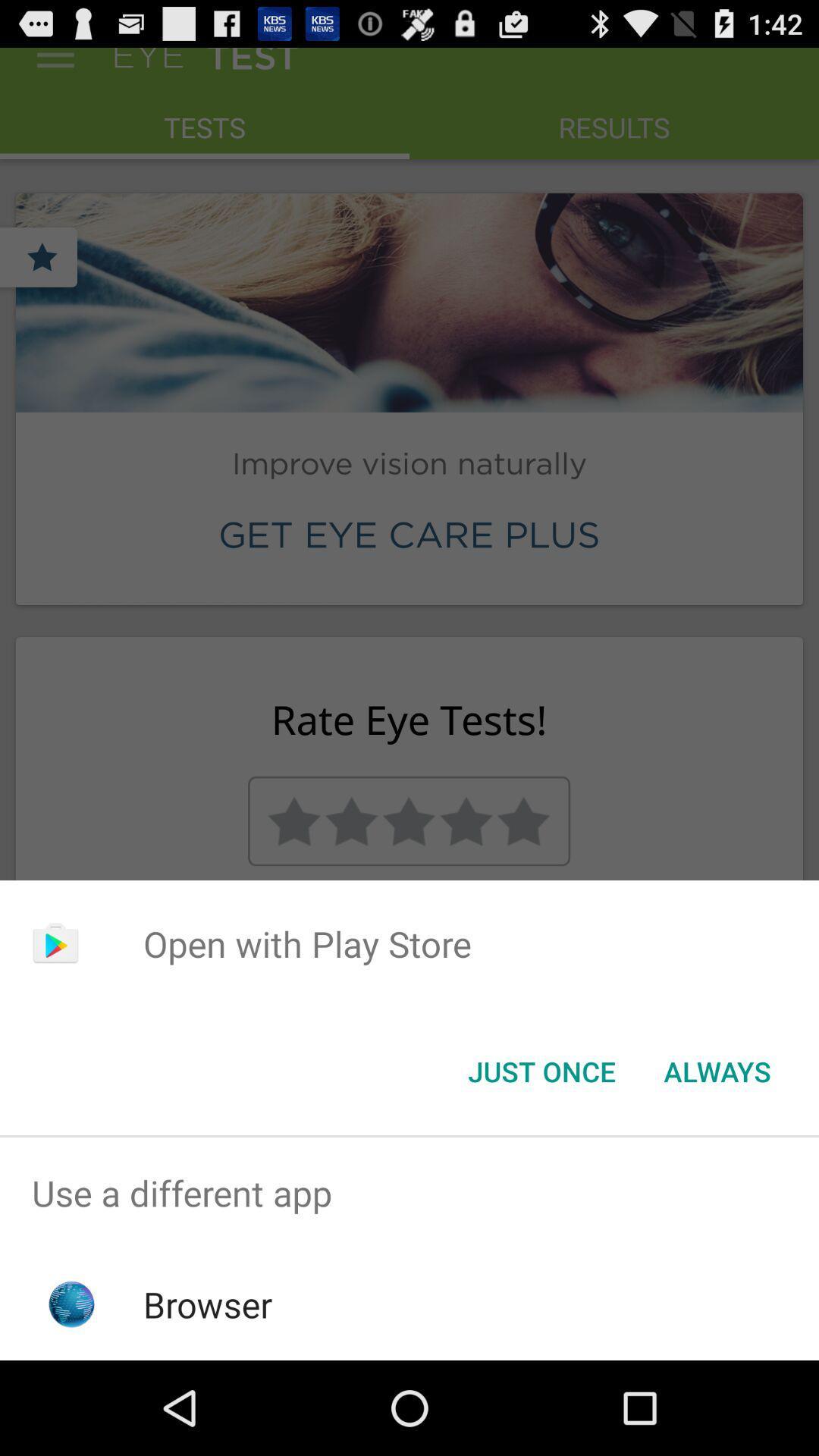  Describe the element at coordinates (717, 1070) in the screenshot. I see `icon next to the just once icon` at that location.